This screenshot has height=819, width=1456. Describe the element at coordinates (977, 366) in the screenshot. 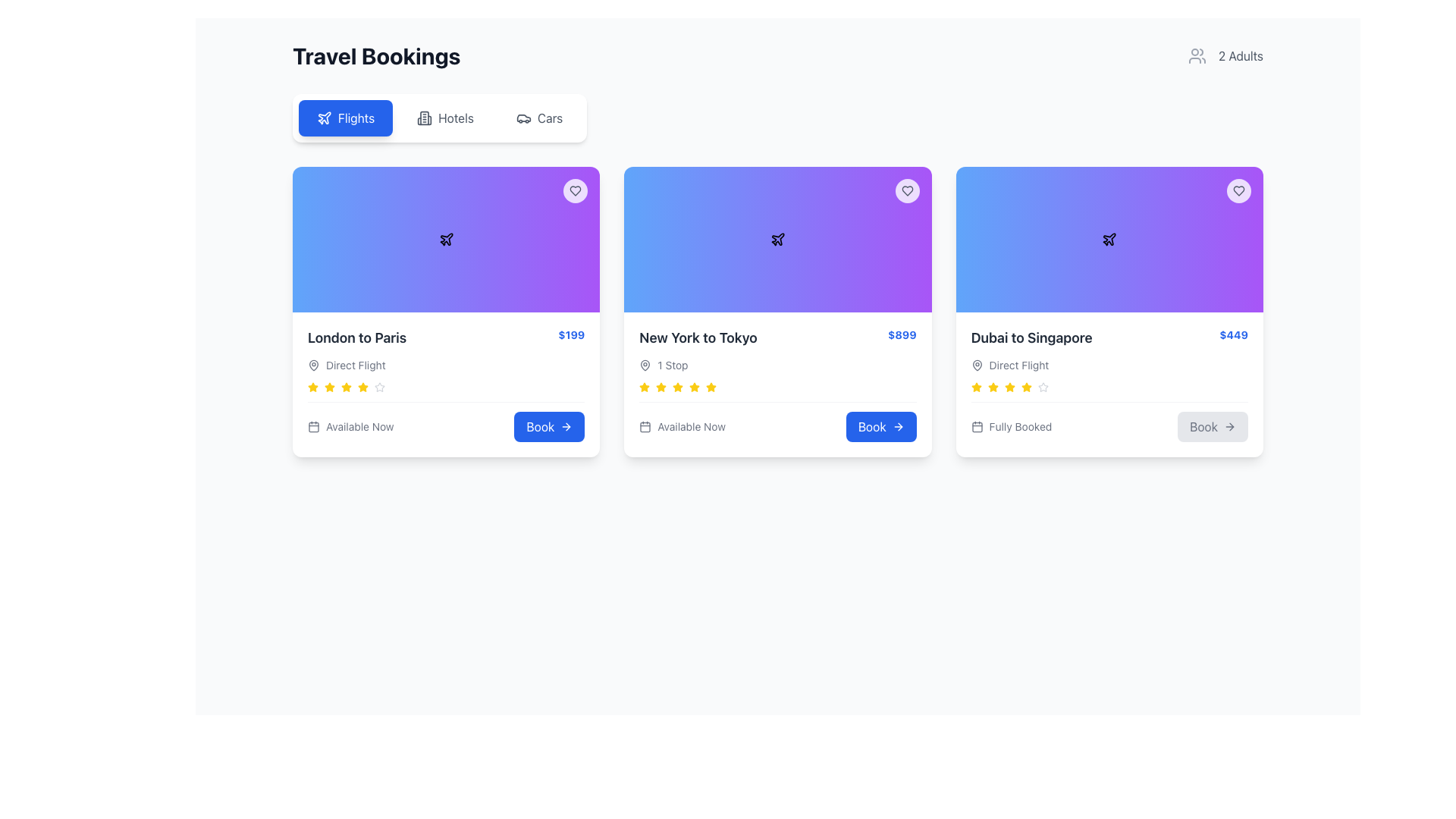

I see `the icon that indicates a direct flight, located to the left of the 'Direct Flight' label in the trip card from Dubai to Singapore` at that location.